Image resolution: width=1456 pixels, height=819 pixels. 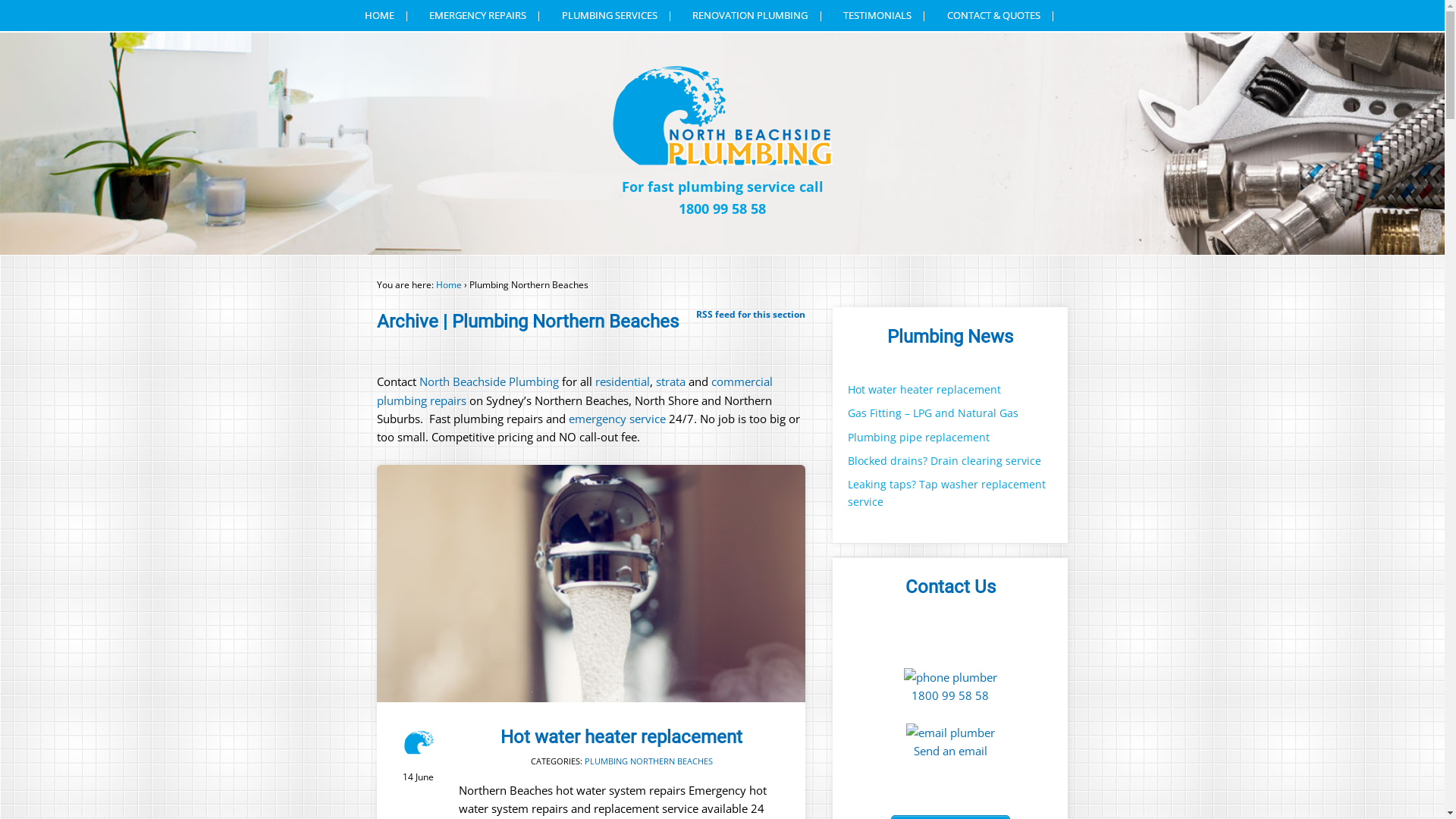 What do you see at coordinates (949, 695) in the screenshot?
I see `'1800 99 58 58'` at bounding box center [949, 695].